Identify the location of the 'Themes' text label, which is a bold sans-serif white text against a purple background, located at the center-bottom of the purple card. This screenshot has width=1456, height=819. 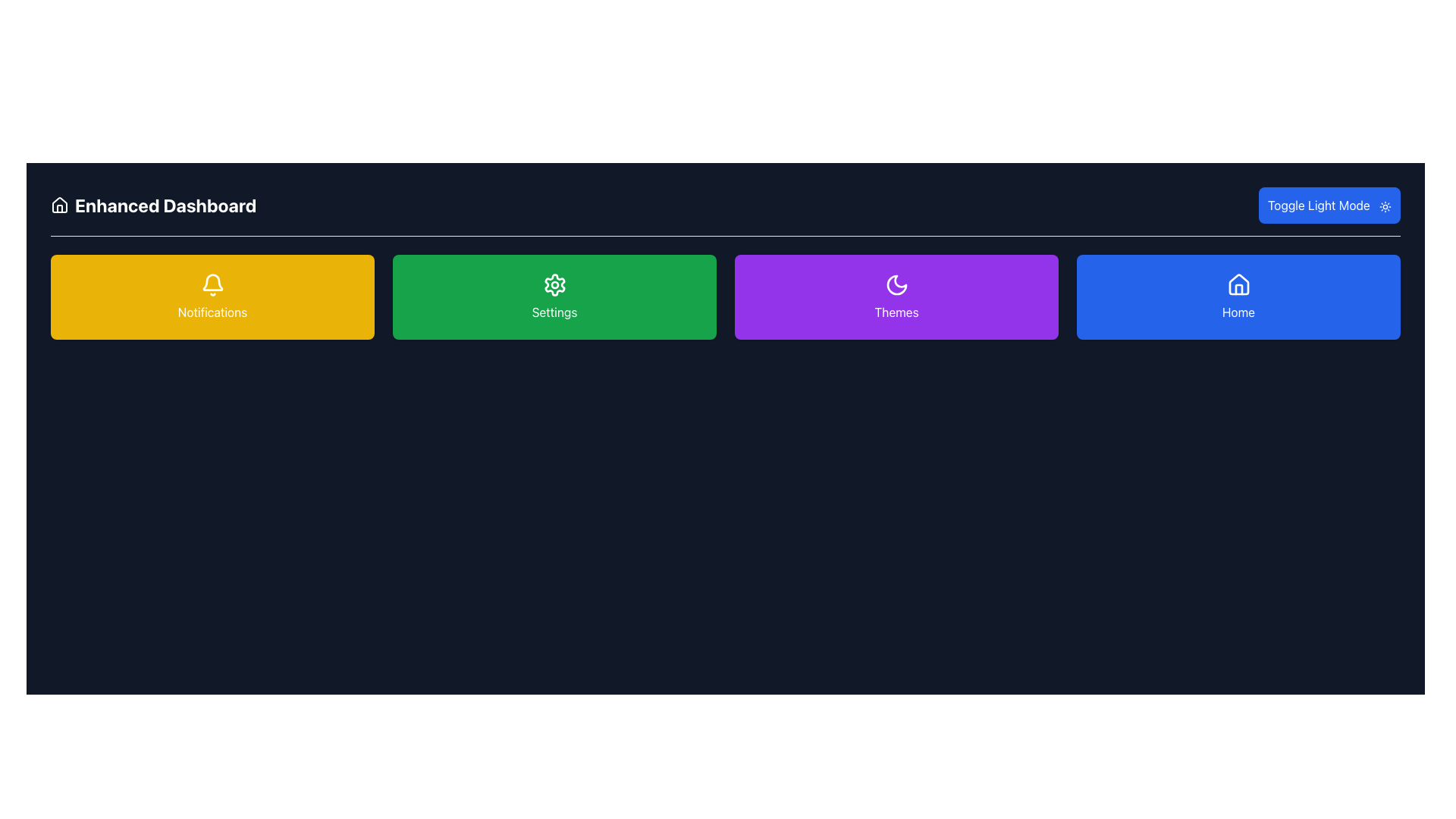
(896, 312).